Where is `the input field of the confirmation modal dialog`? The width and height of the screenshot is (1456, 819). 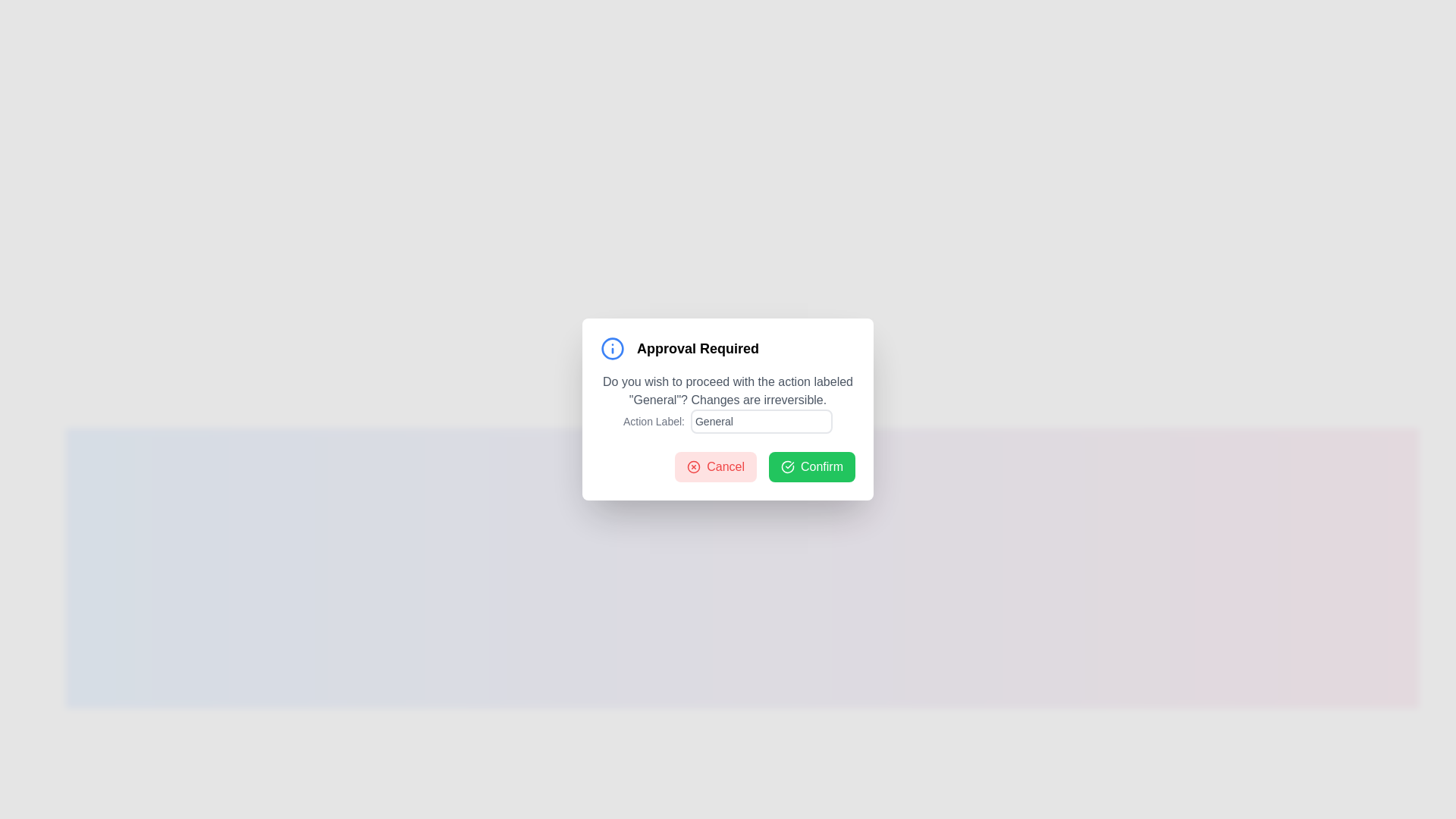
the input field of the confirmation modal dialog is located at coordinates (728, 409).